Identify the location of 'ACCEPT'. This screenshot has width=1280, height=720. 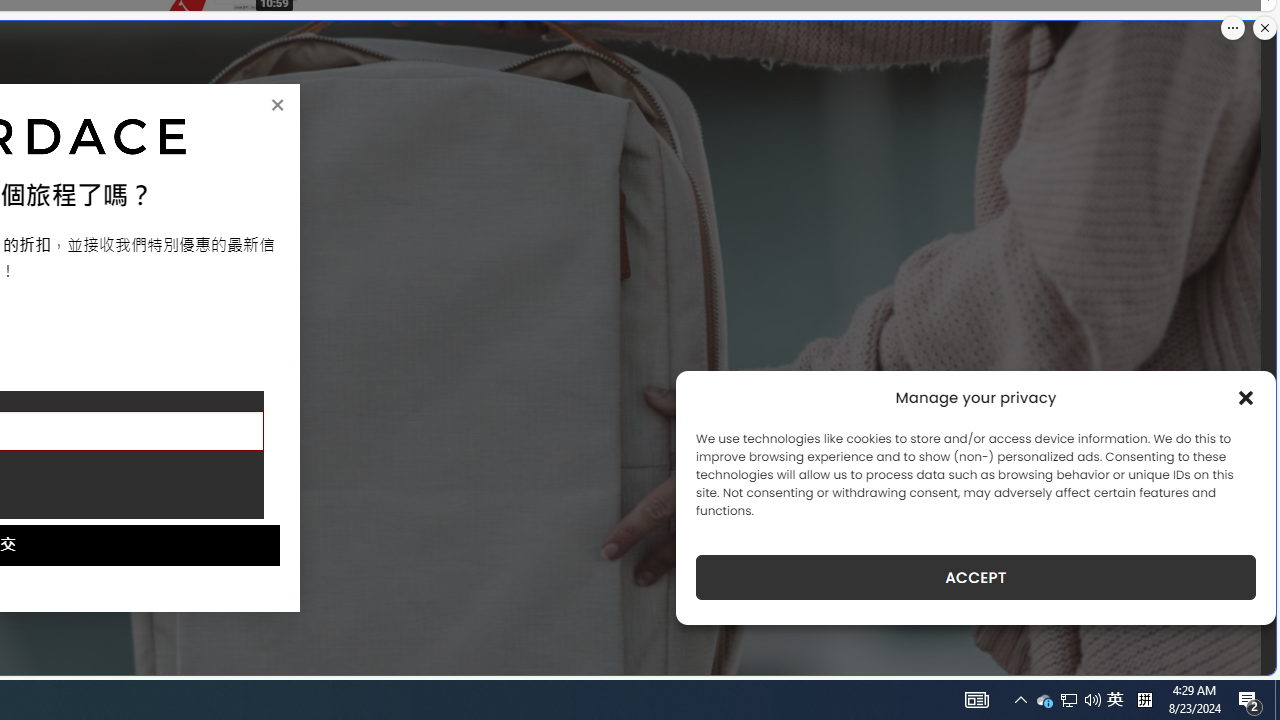
(976, 577).